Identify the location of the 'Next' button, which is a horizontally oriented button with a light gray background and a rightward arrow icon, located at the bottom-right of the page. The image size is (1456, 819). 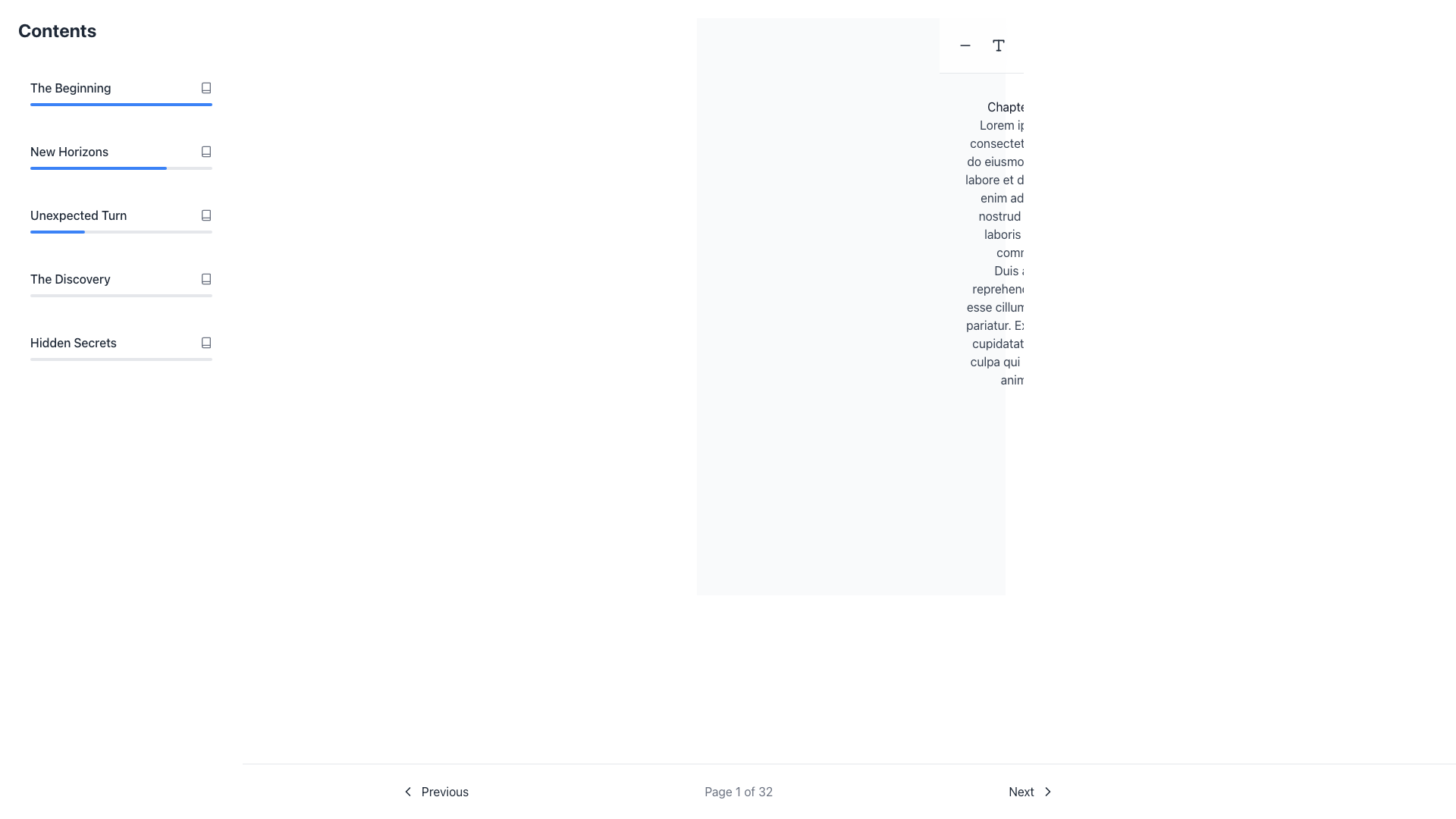
(1031, 791).